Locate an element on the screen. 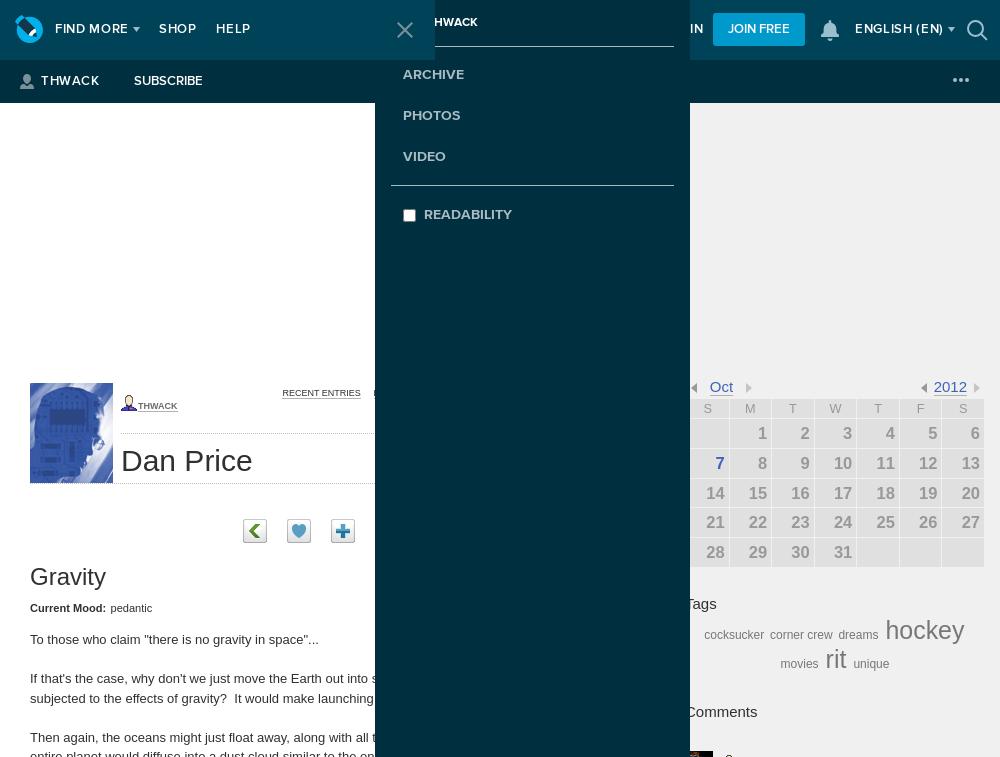 This screenshot has width=1000, height=757. '11' is located at coordinates (885, 461).